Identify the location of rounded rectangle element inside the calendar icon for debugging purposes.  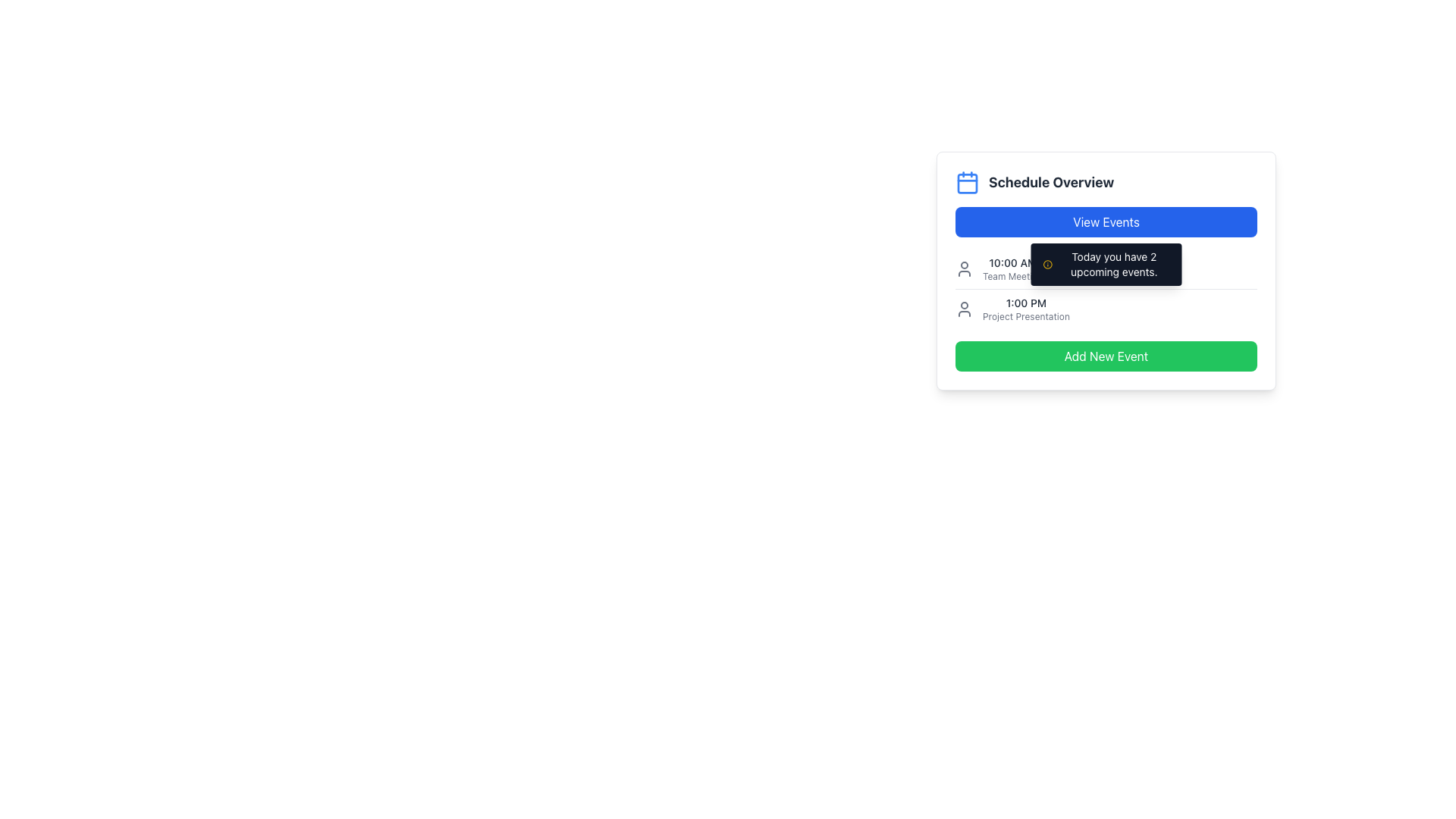
(967, 183).